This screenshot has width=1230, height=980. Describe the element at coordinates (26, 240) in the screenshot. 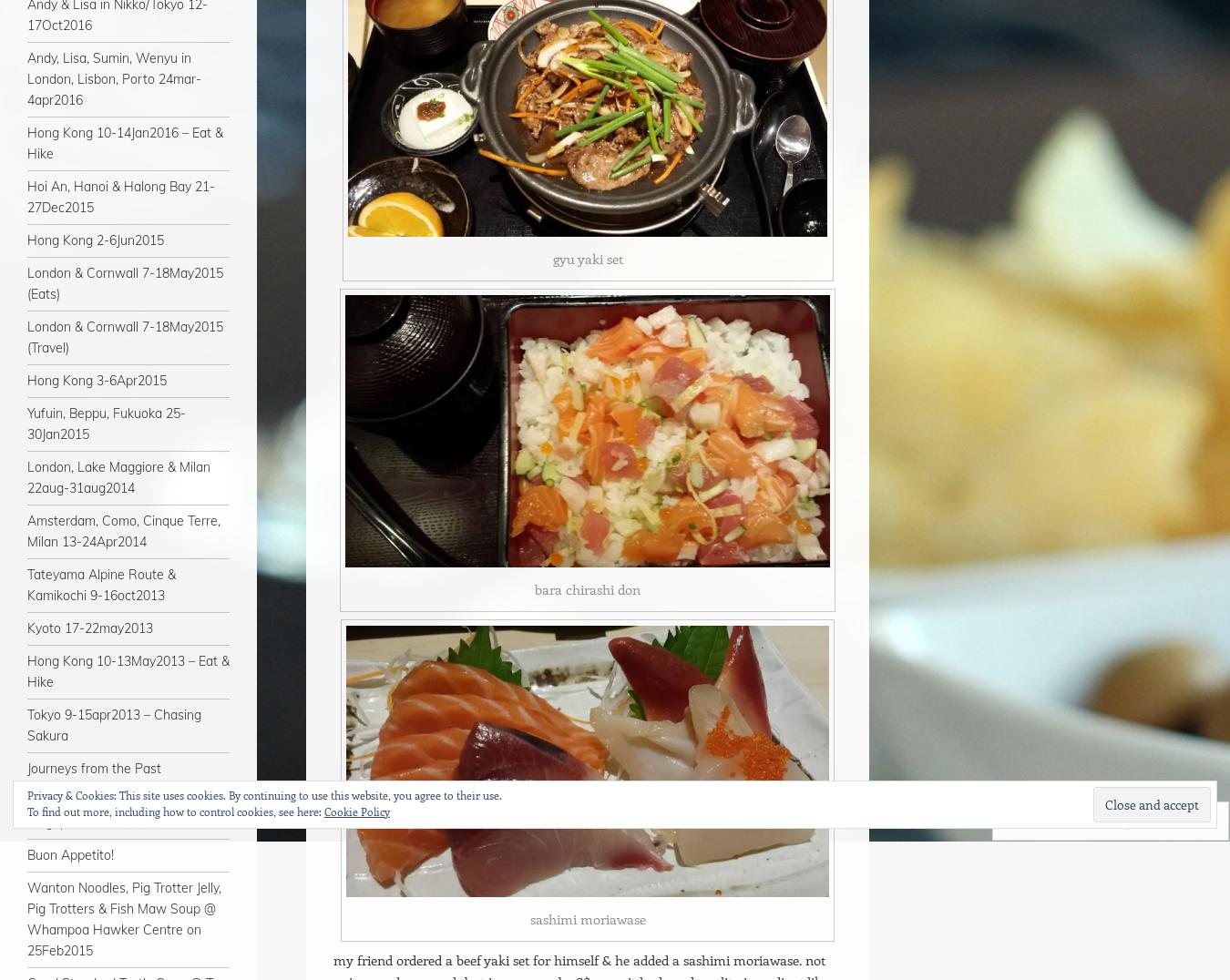

I see `'Hong Kong 2-6Jun2015'` at that location.